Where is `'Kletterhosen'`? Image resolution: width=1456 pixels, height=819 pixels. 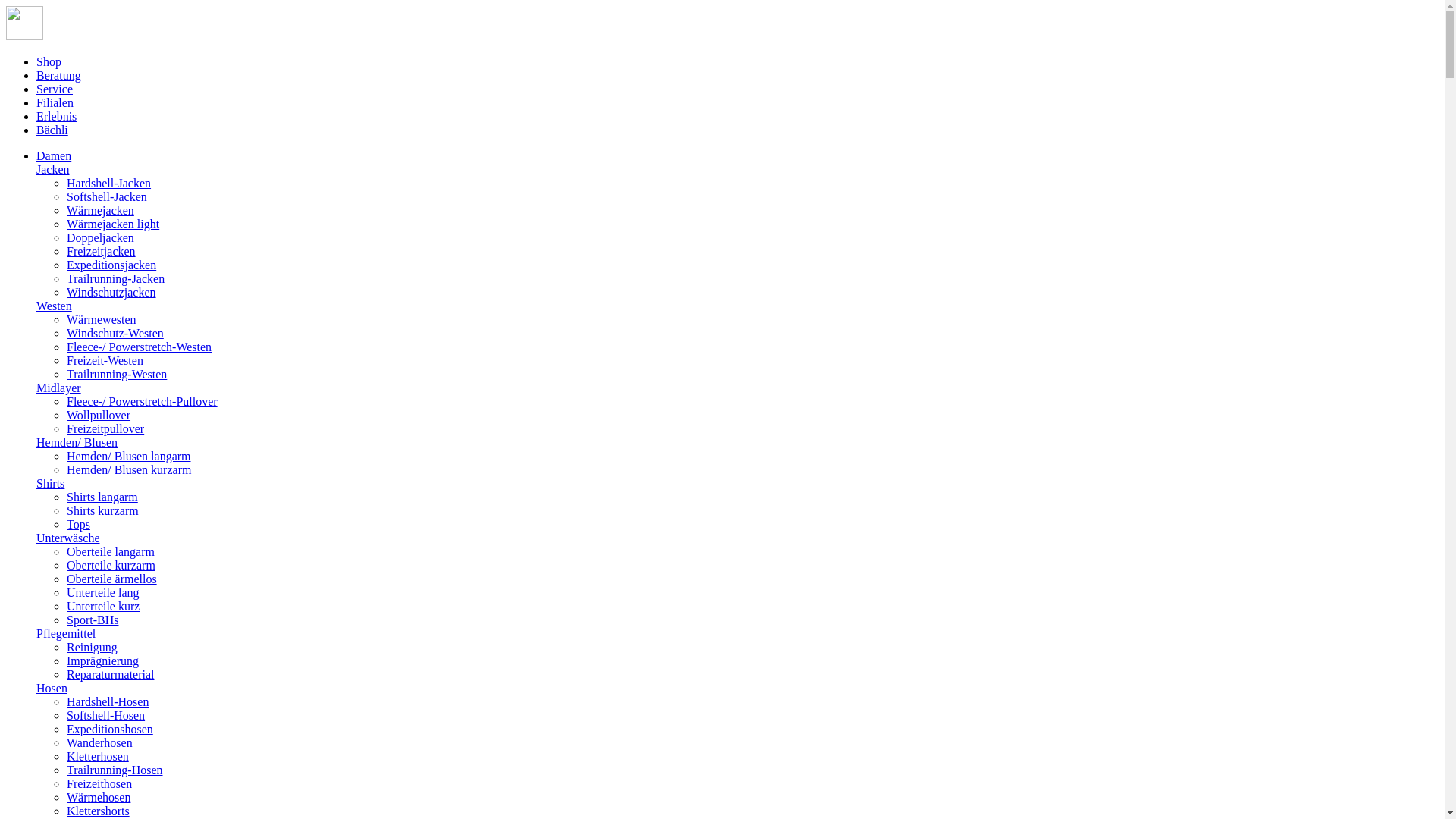
'Kletterhosen' is located at coordinates (97, 756).